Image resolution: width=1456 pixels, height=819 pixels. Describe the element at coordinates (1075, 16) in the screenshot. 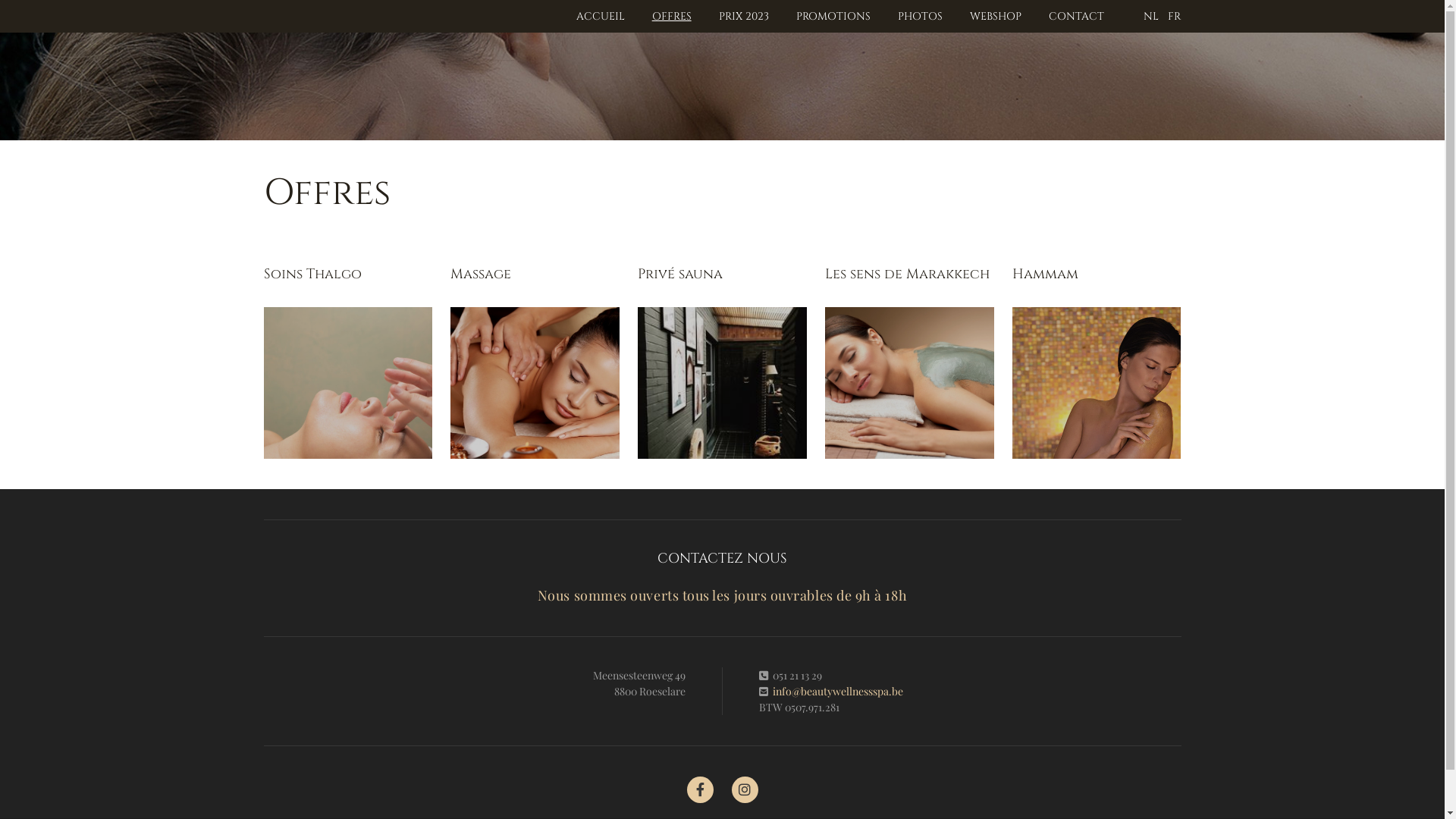

I see `'CONTACT'` at that location.